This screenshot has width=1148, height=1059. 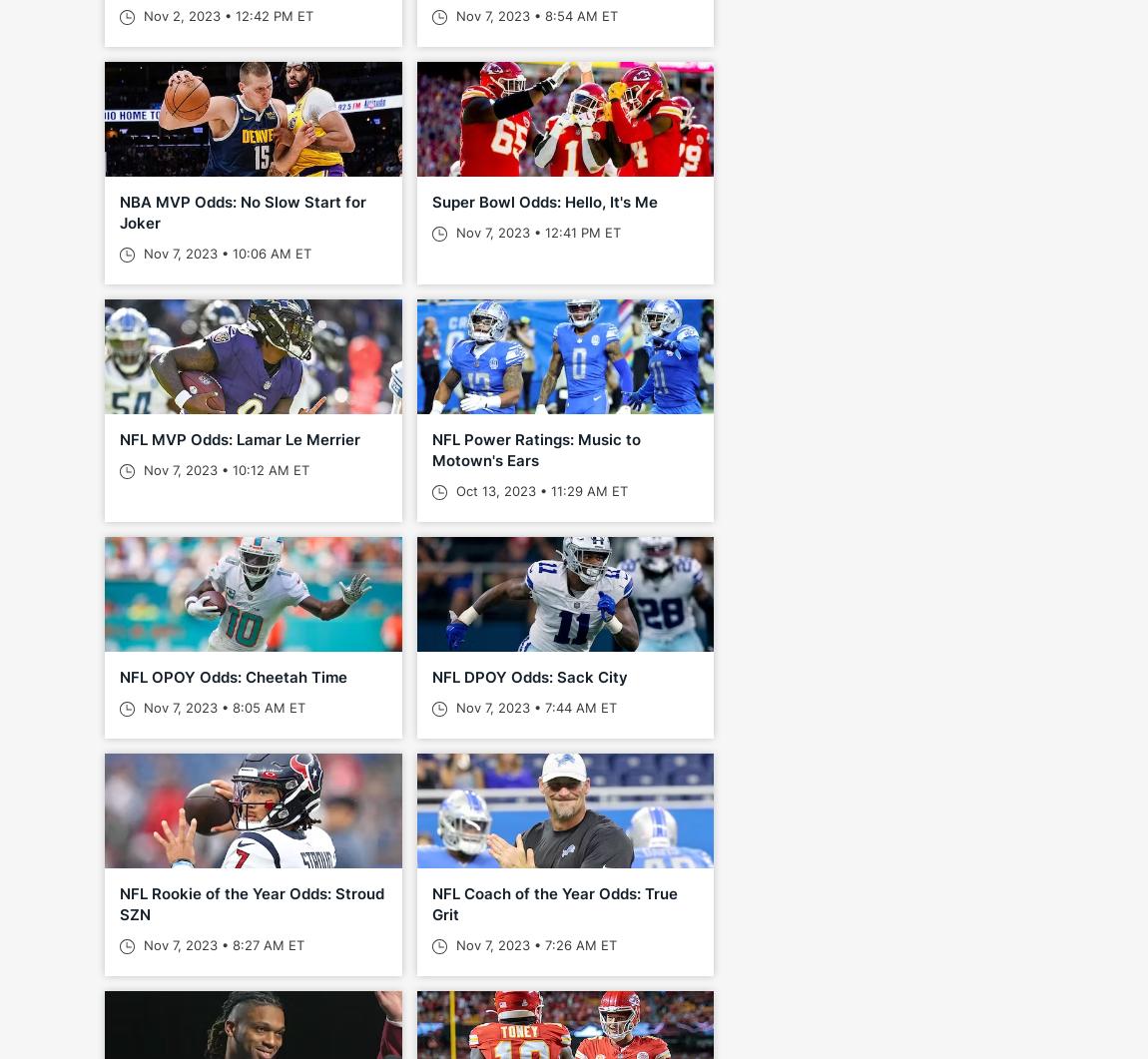 What do you see at coordinates (224, 253) in the screenshot?
I see `'Nov 7, 2023 • 10:06 AM ET'` at bounding box center [224, 253].